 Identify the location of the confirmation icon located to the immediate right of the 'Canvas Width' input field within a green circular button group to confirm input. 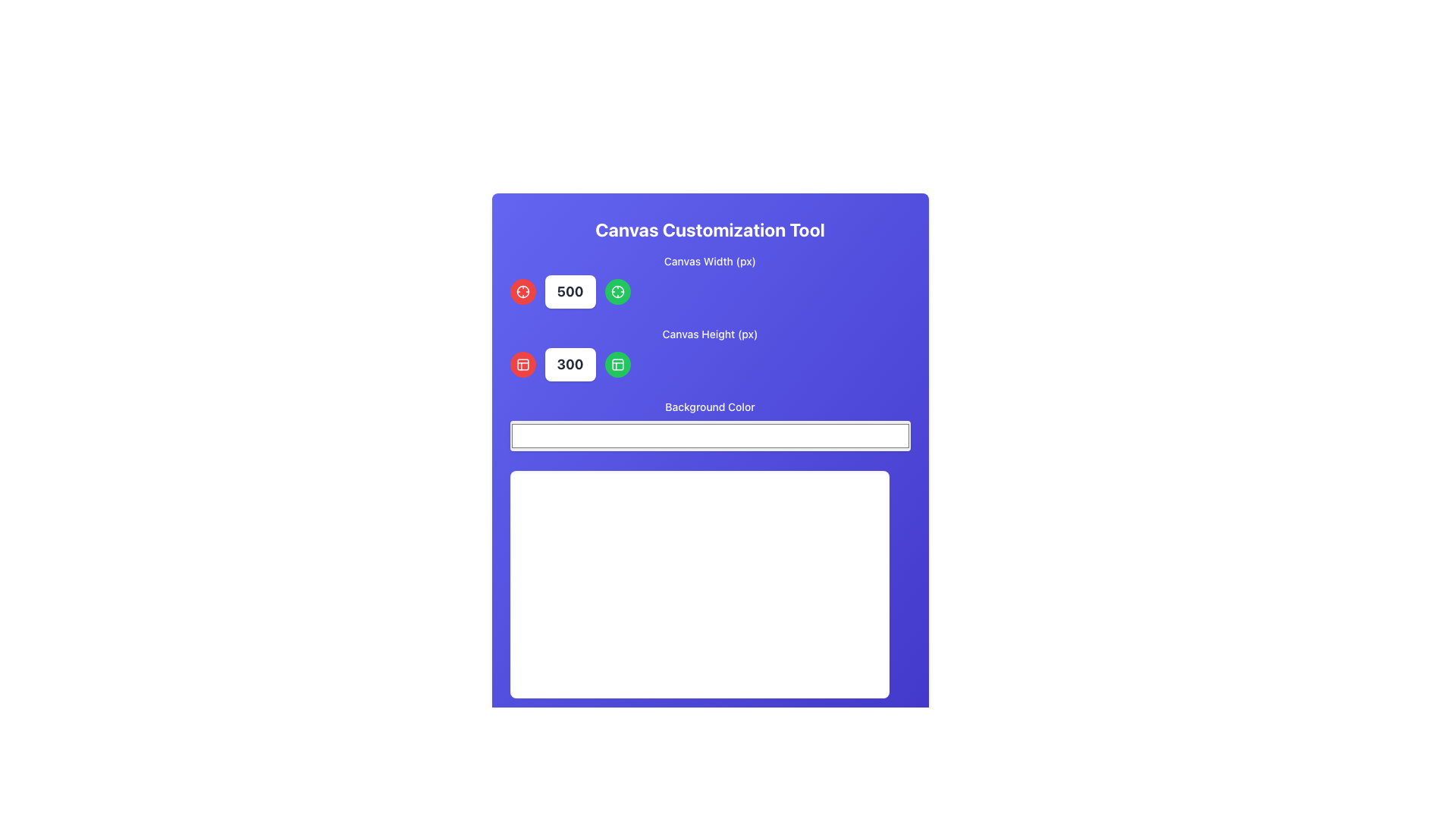
(617, 292).